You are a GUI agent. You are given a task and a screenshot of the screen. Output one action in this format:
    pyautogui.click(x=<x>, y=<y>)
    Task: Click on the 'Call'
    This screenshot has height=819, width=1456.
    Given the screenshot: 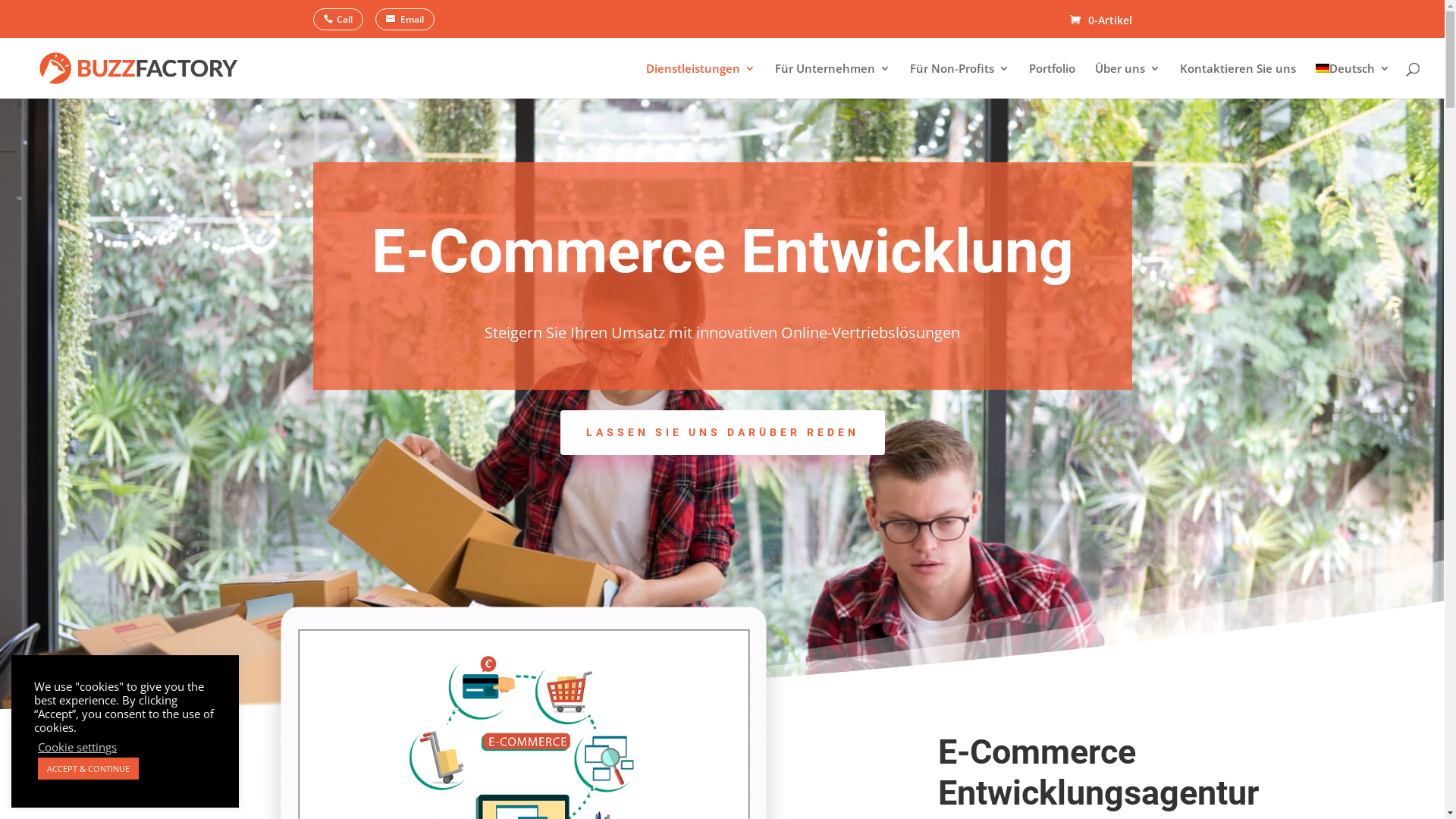 What is the action you would take?
    pyautogui.click(x=344, y=19)
    